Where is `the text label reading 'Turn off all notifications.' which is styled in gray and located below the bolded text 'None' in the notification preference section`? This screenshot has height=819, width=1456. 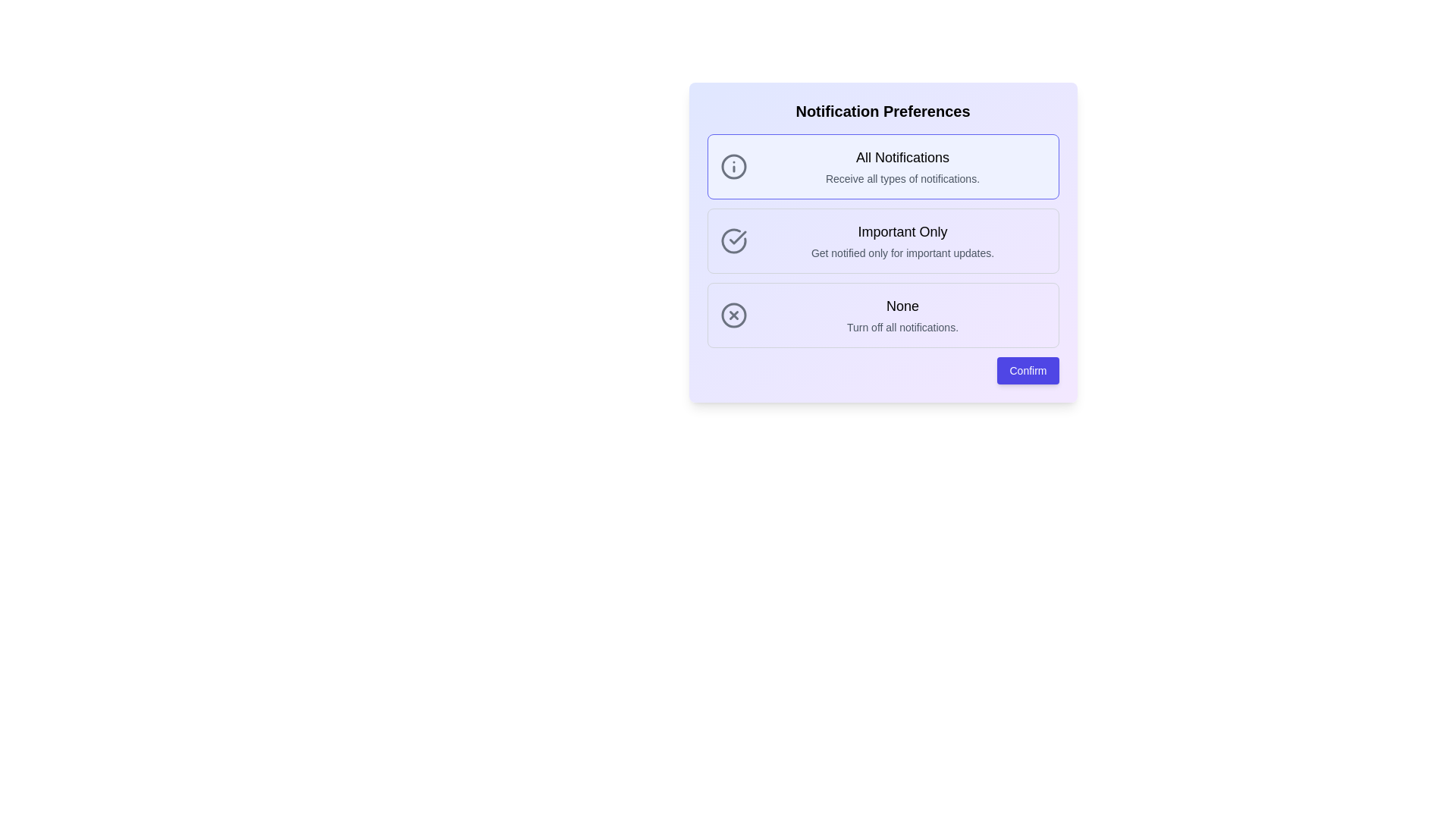
the text label reading 'Turn off all notifications.' which is styled in gray and located below the bolded text 'None' in the notification preference section is located at coordinates (902, 327).